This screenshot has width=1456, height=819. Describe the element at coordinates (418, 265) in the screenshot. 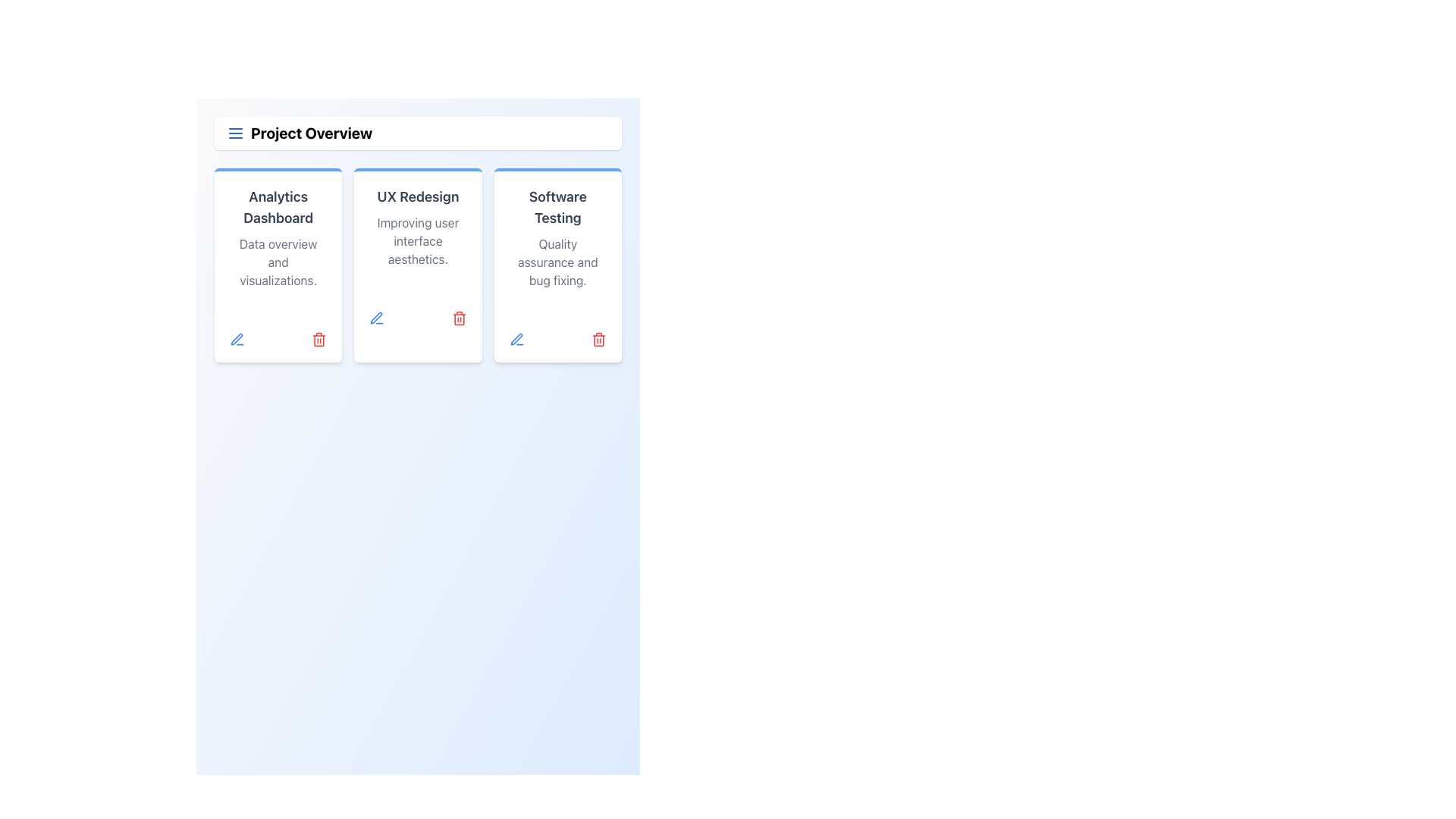

I see `the middle card titled 'UX Redesign'` at that location.